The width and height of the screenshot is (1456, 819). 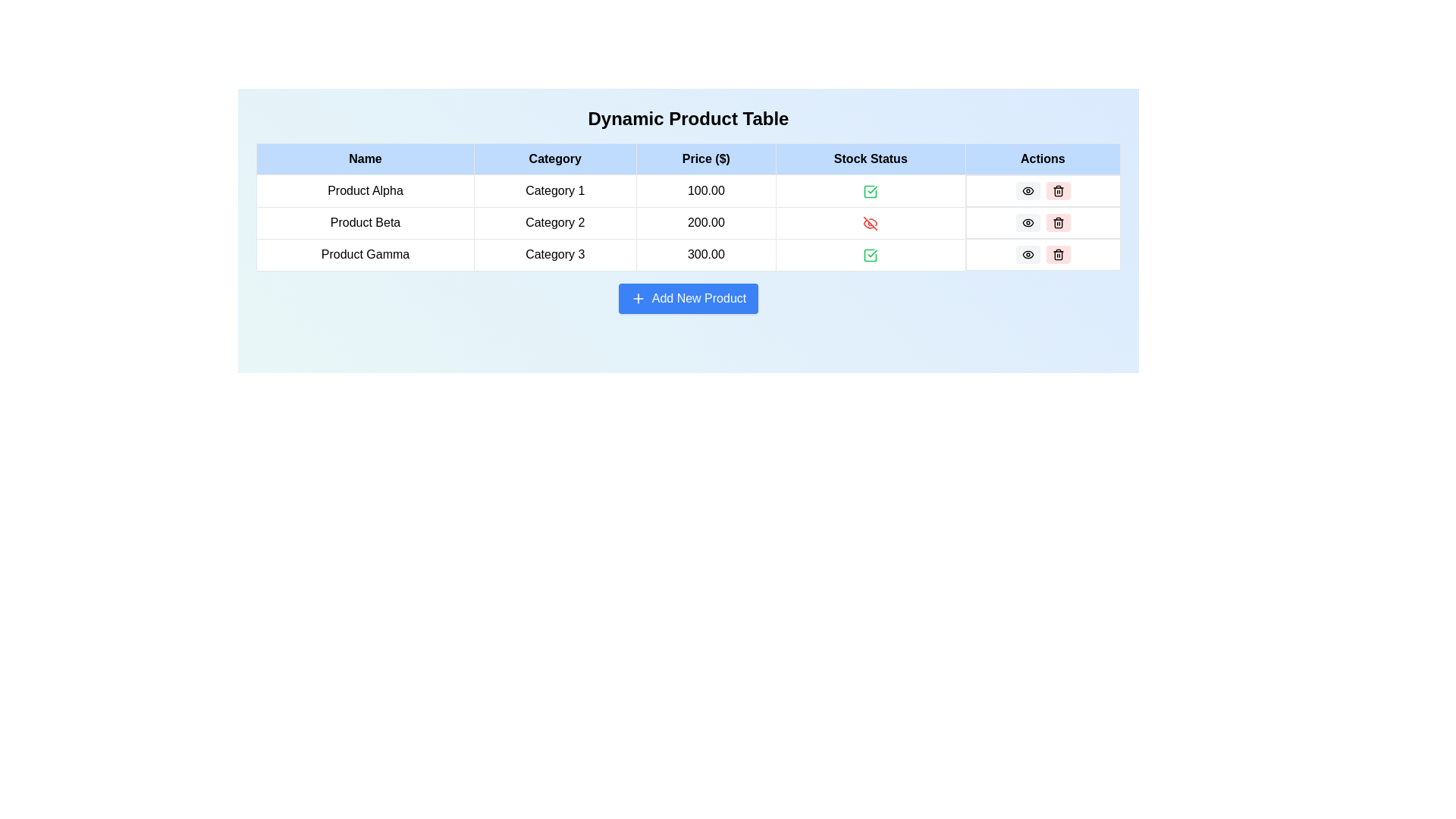 I want to click on the out-of-stock icon located in the second row of the 'Stock Status' column in the 'Dynamic Product Table', so click(x=871, y=223).